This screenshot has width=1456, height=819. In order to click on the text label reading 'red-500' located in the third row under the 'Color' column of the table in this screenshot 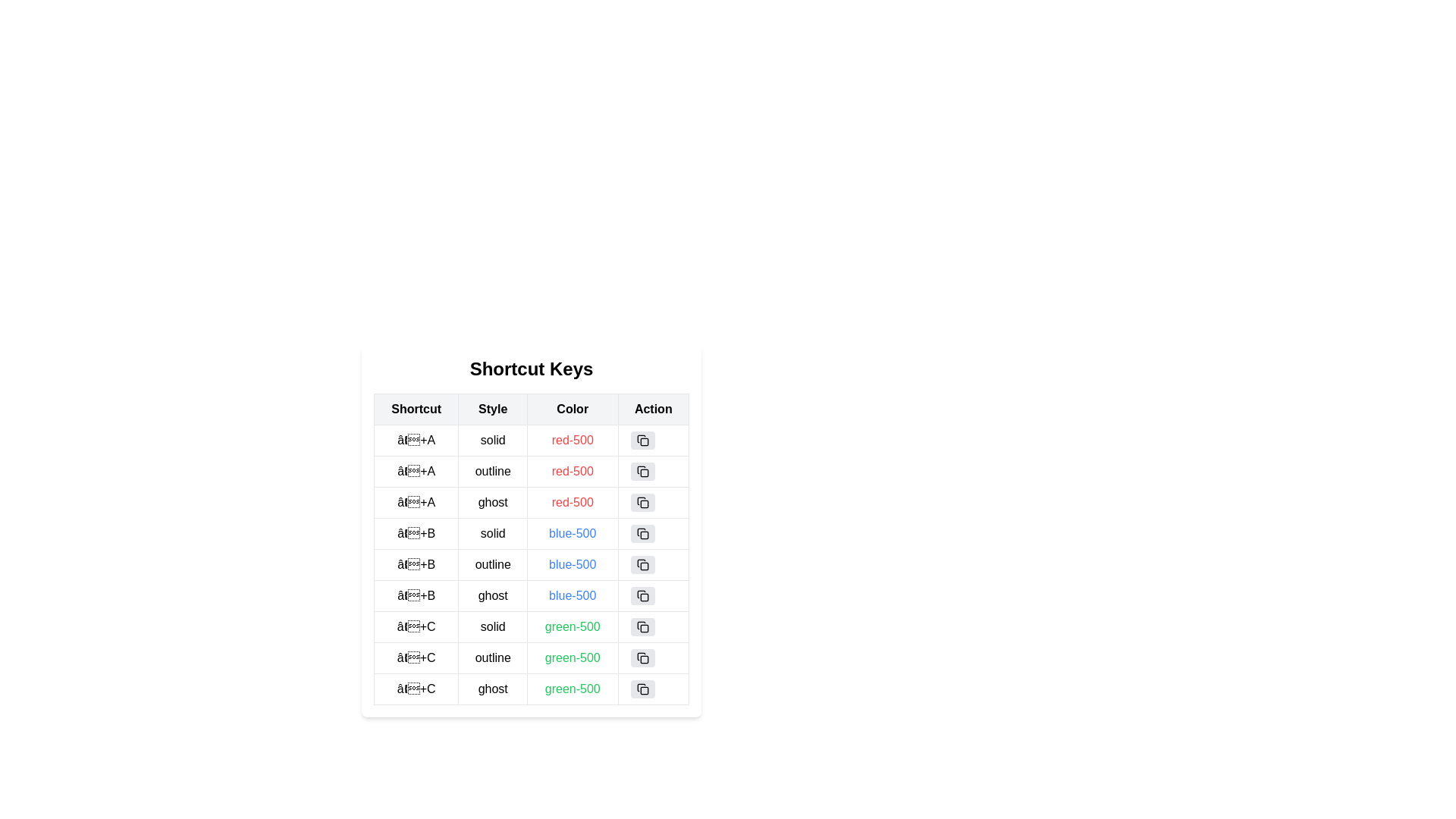, I will do `click(531, 503)`.